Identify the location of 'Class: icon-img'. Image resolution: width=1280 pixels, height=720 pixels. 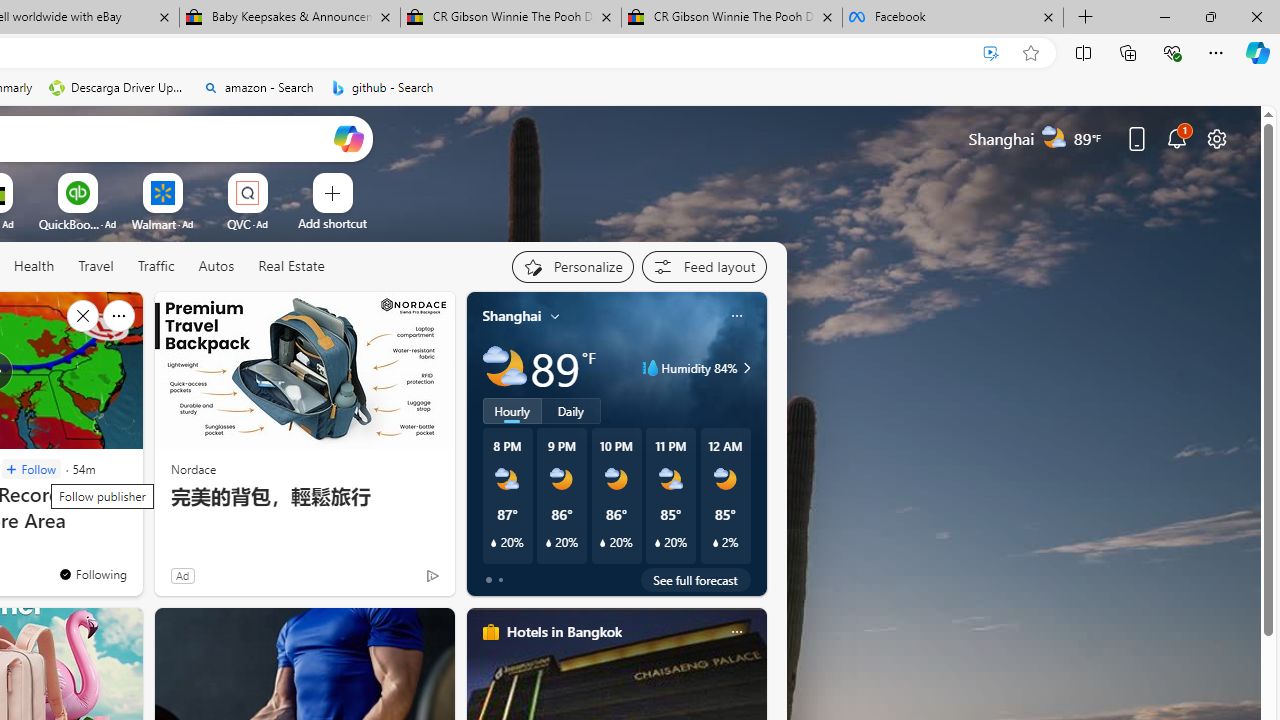
(735, 632).